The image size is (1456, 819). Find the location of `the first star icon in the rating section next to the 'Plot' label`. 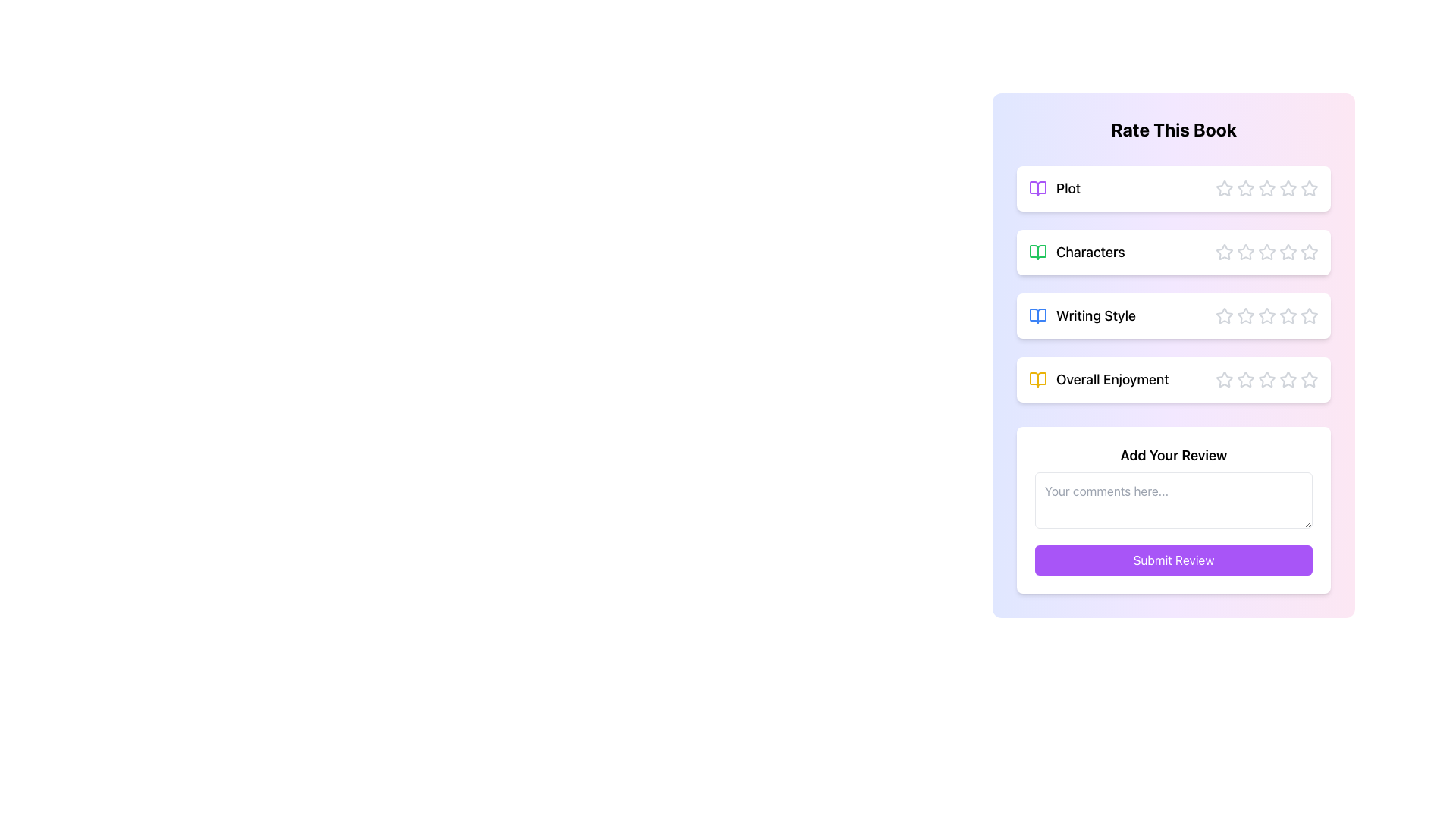

the first star icon in the rating section next to the 'Plot' label is located at coordinates (1224, 188).